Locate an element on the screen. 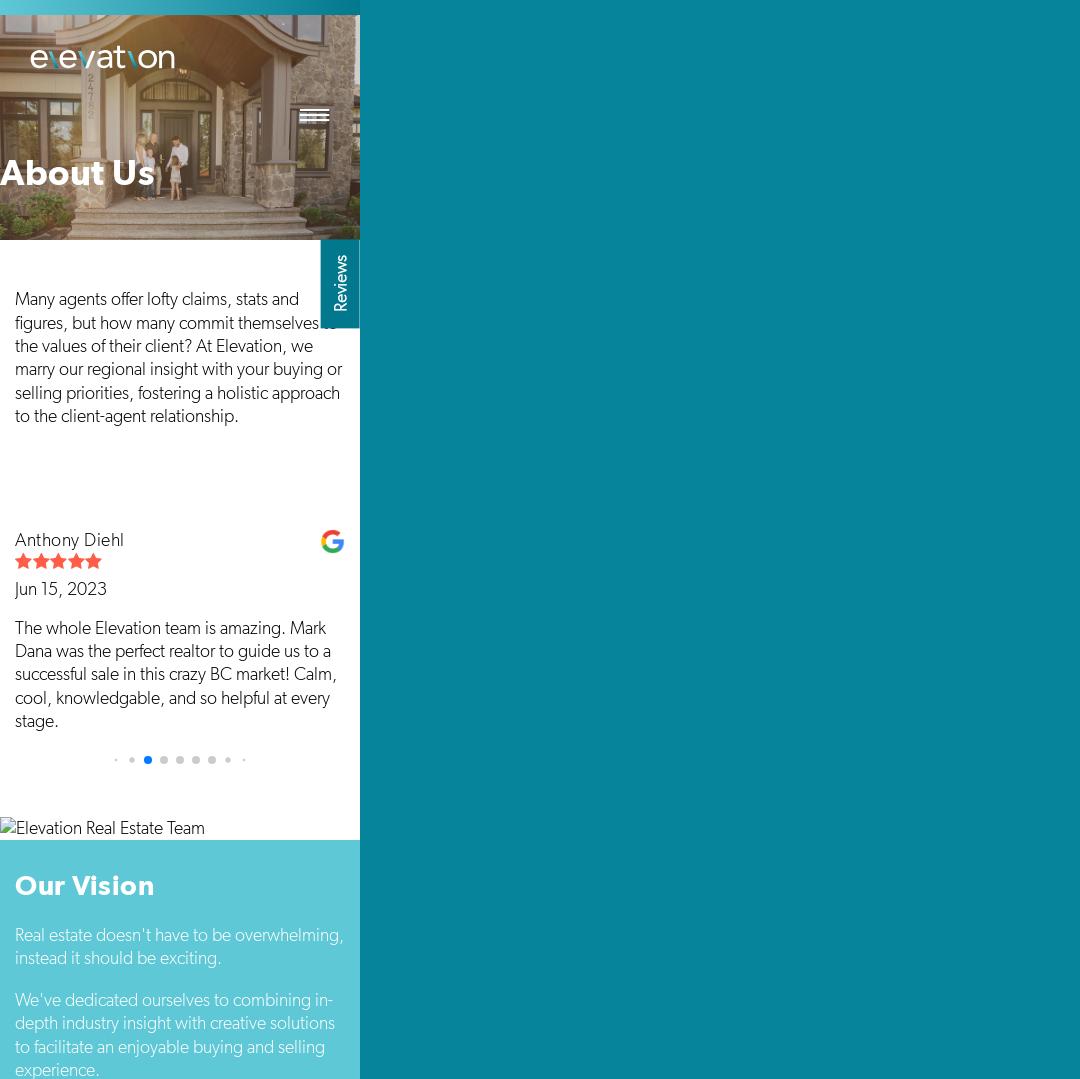 The height and width of the screenshot is (1079, 1080). 'Jun 15, 2023' is located at coordinates (60, 589).